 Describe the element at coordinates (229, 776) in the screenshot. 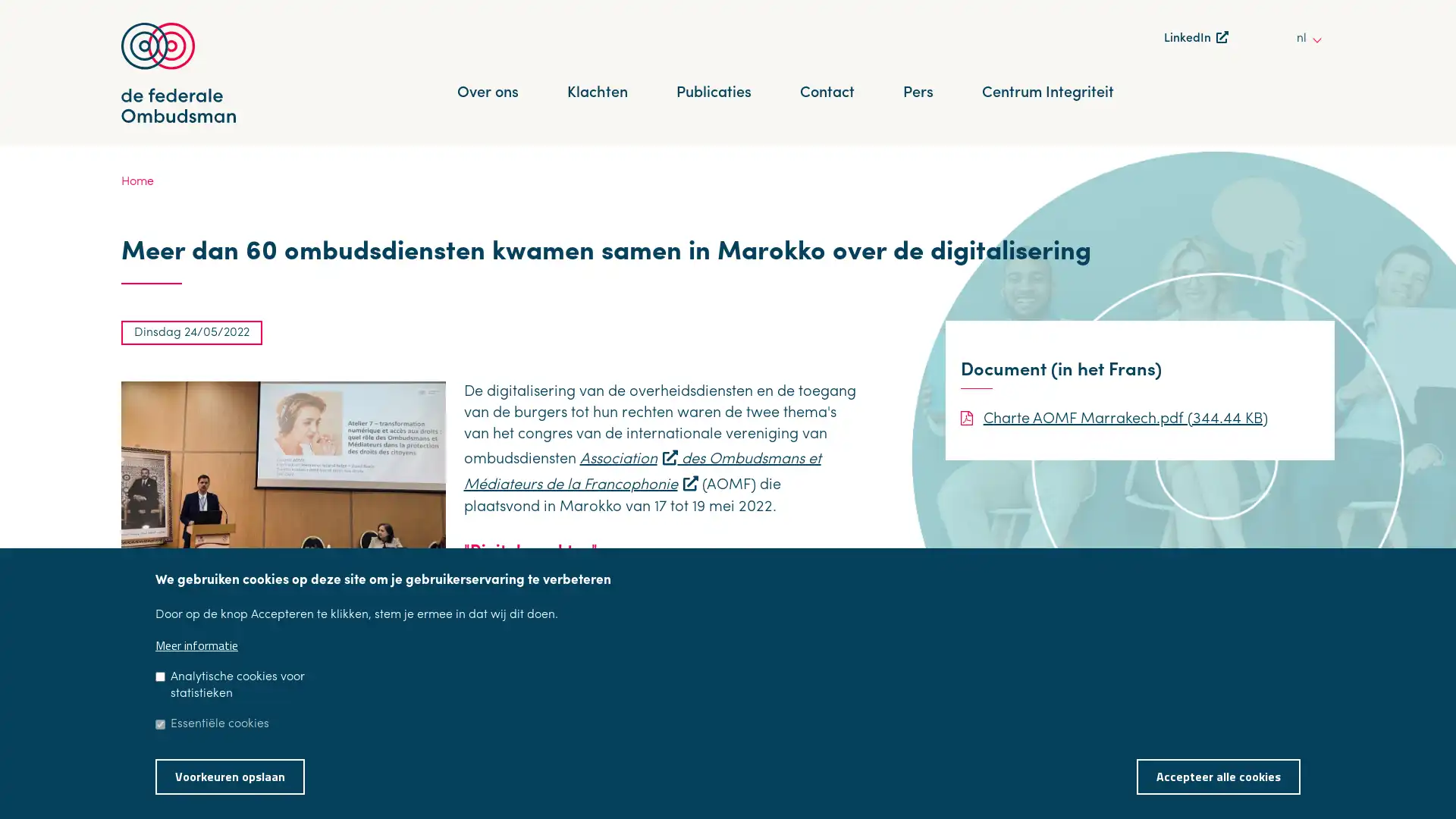

I see `Voorkeuren opslaan` at that location.